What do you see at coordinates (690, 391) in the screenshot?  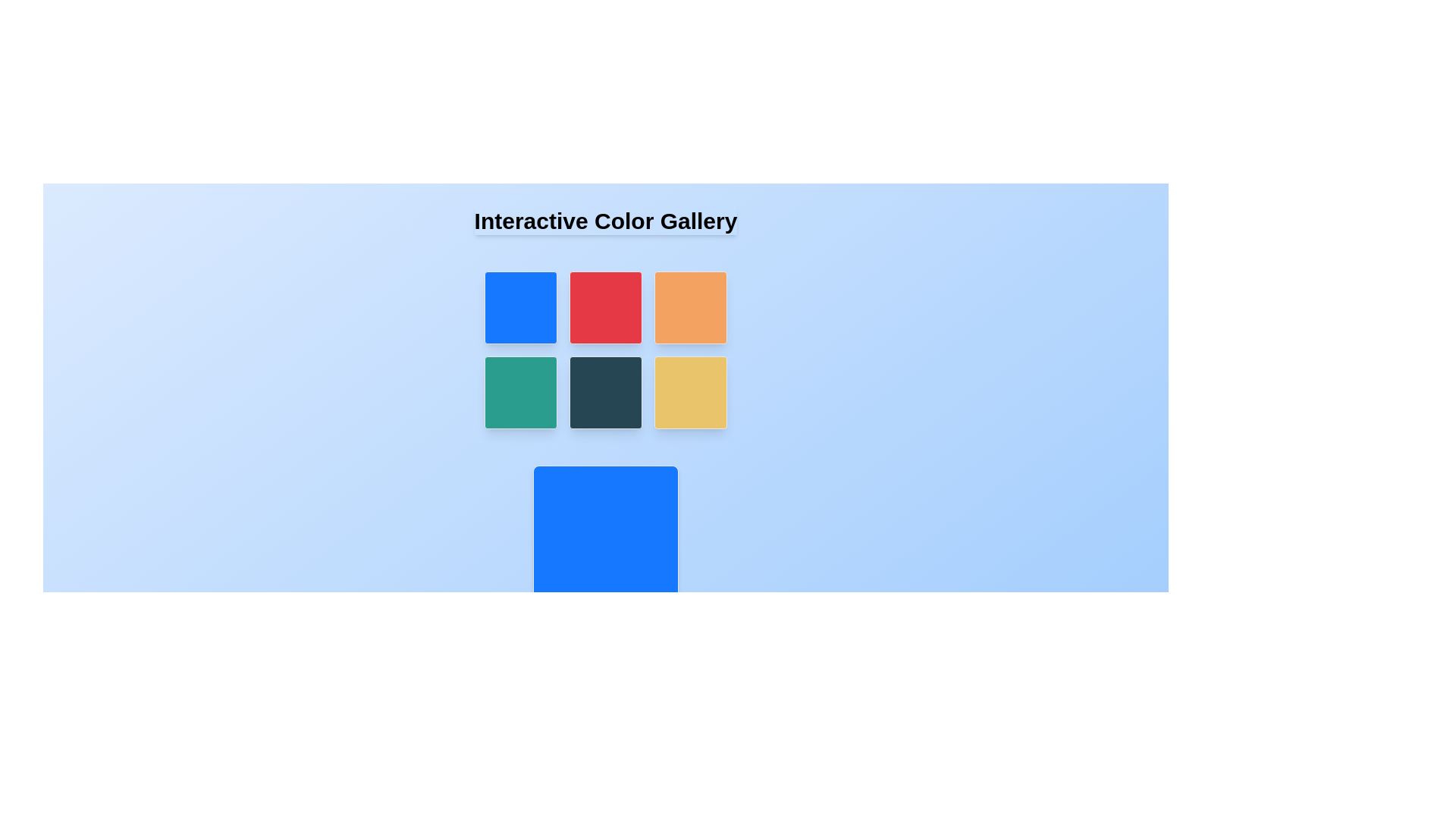 I see `the interactive tile located in the second row, third column of the gallery interface` at bounding box center [690, 391].